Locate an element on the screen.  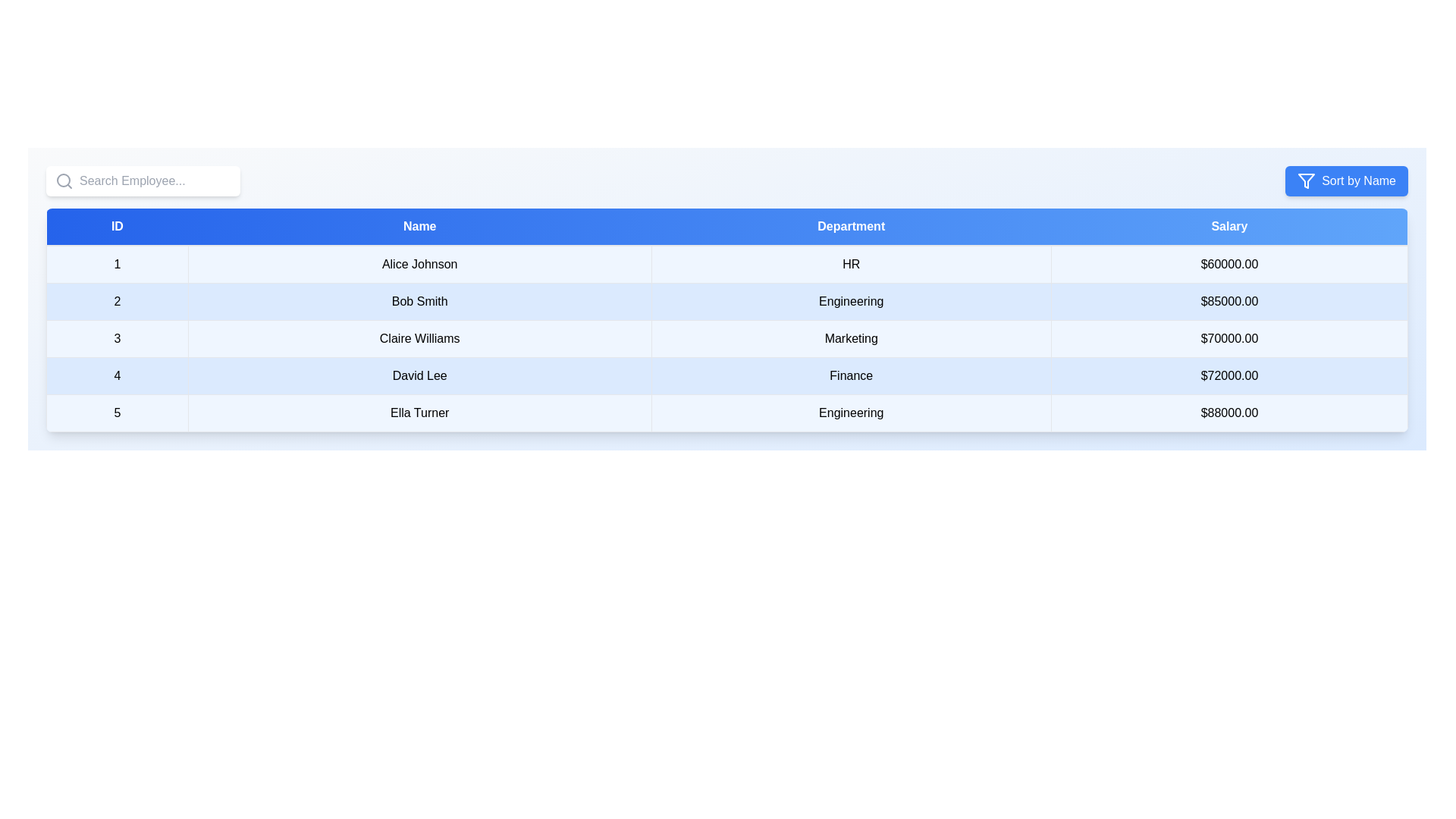
the table cell representing the department 'Finance' associated with 'David Lee', located in the third column of the fourth row is located at coordinates (851, 375).